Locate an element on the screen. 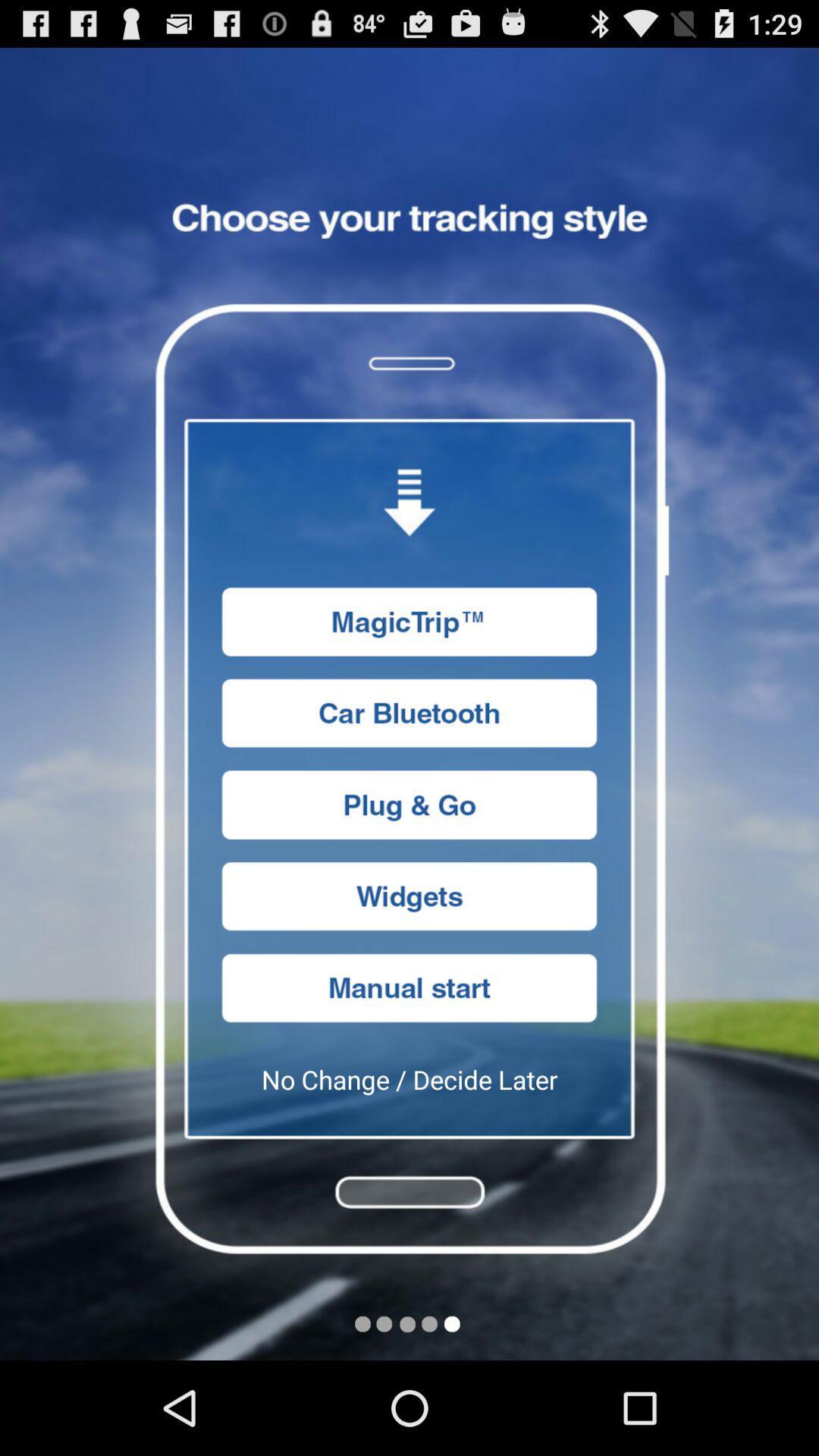 The width and height of the screenshot is (819, 1456). magictrip is located at coordinates (409, 622).